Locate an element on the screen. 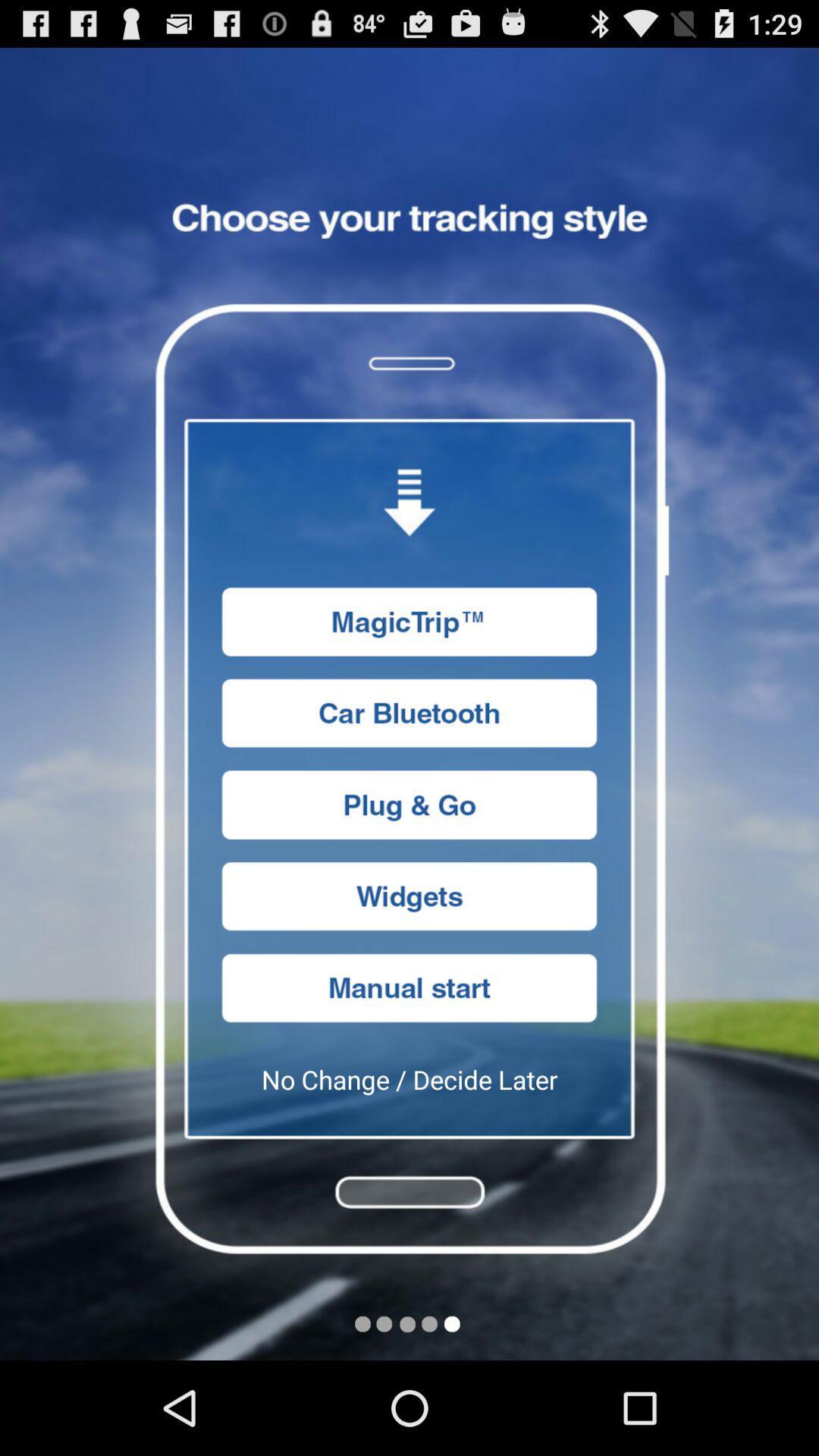 The width and height of the screenshot is (819, 1456). magictrip is located at coordinates (409, 622).